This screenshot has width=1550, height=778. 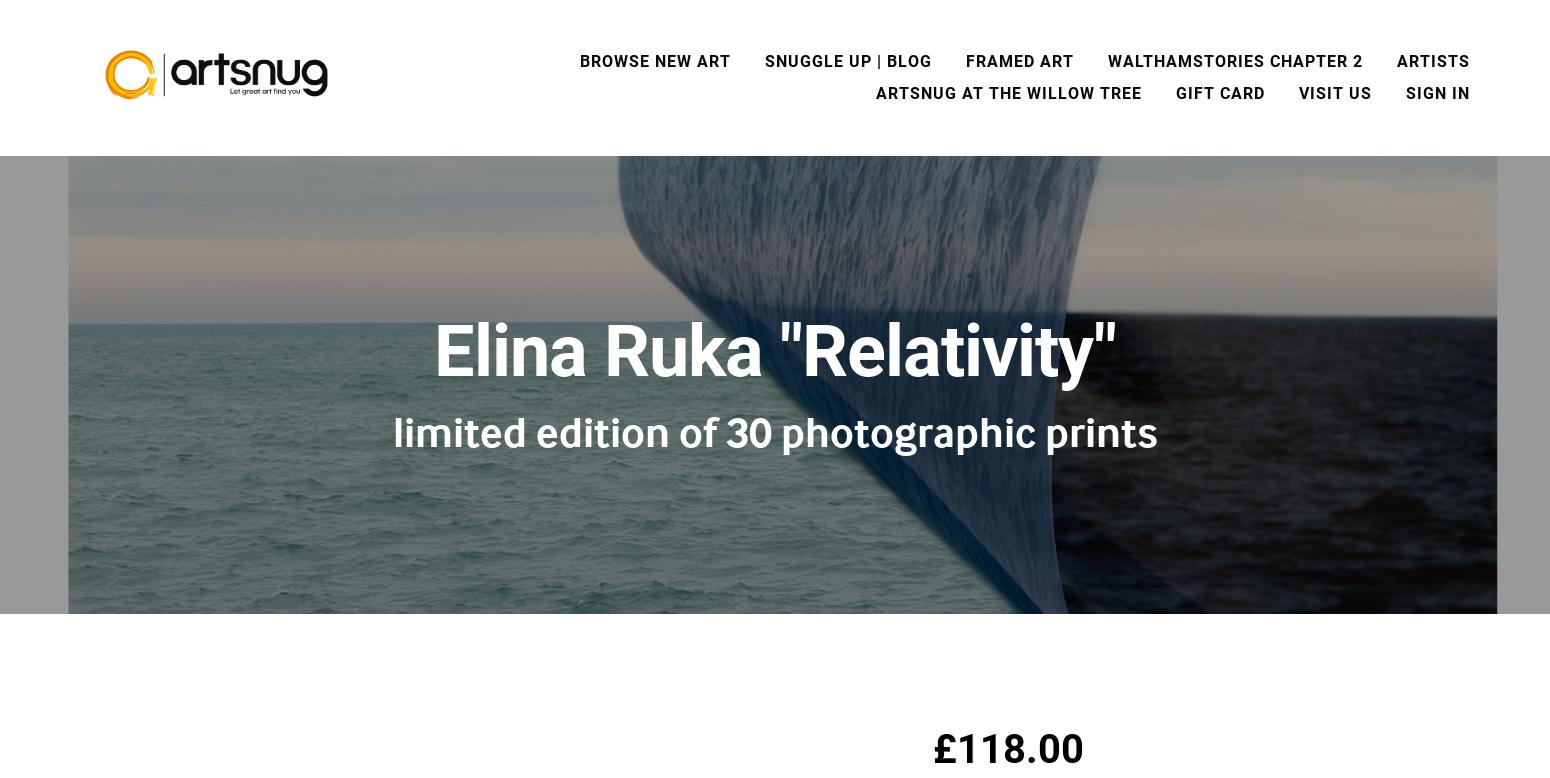 I want to click on 'Snuggle Up | Blog', so click(x=847, y=61).